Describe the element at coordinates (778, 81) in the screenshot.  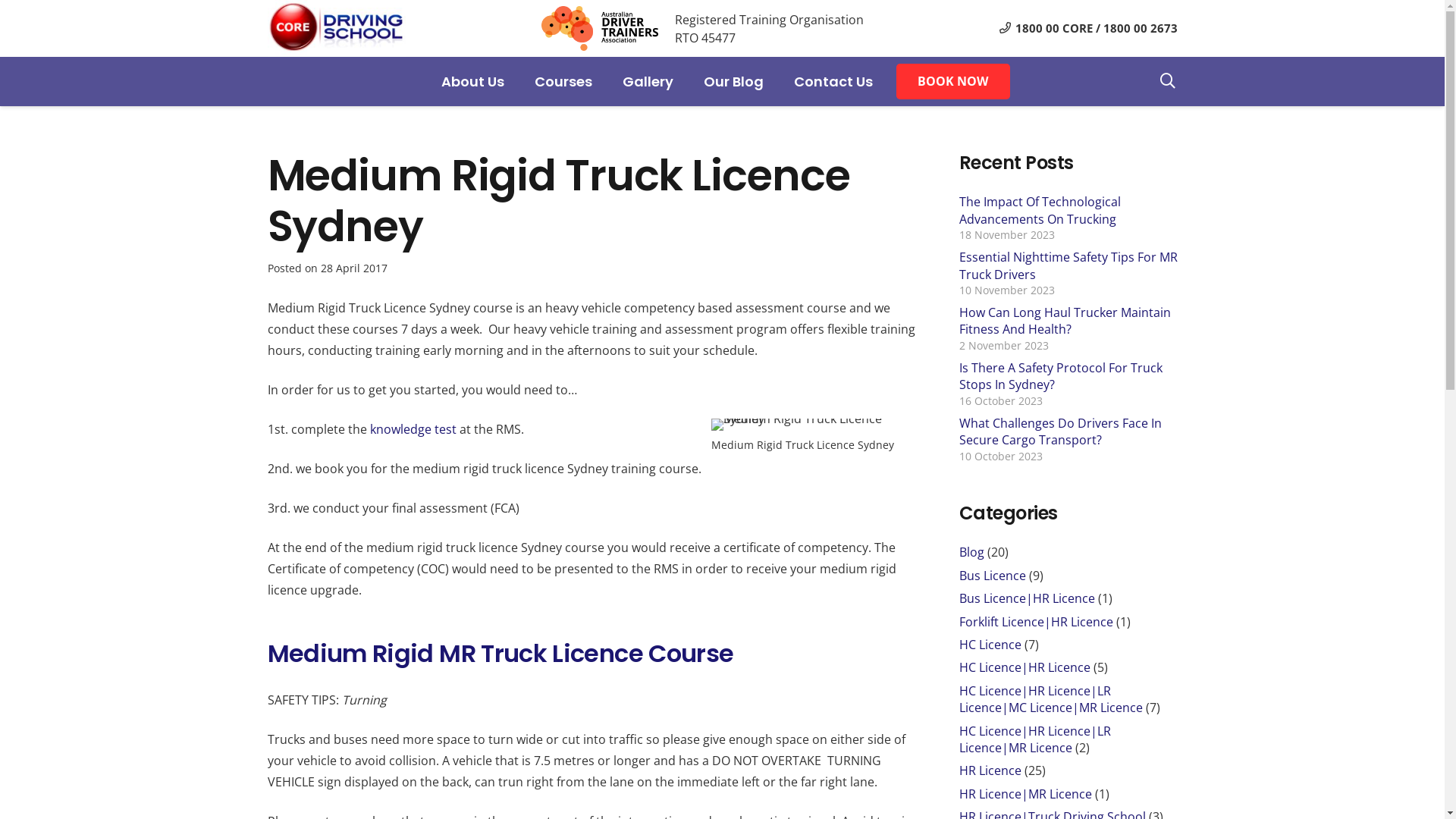
I see `'Contact Us'` at that location.